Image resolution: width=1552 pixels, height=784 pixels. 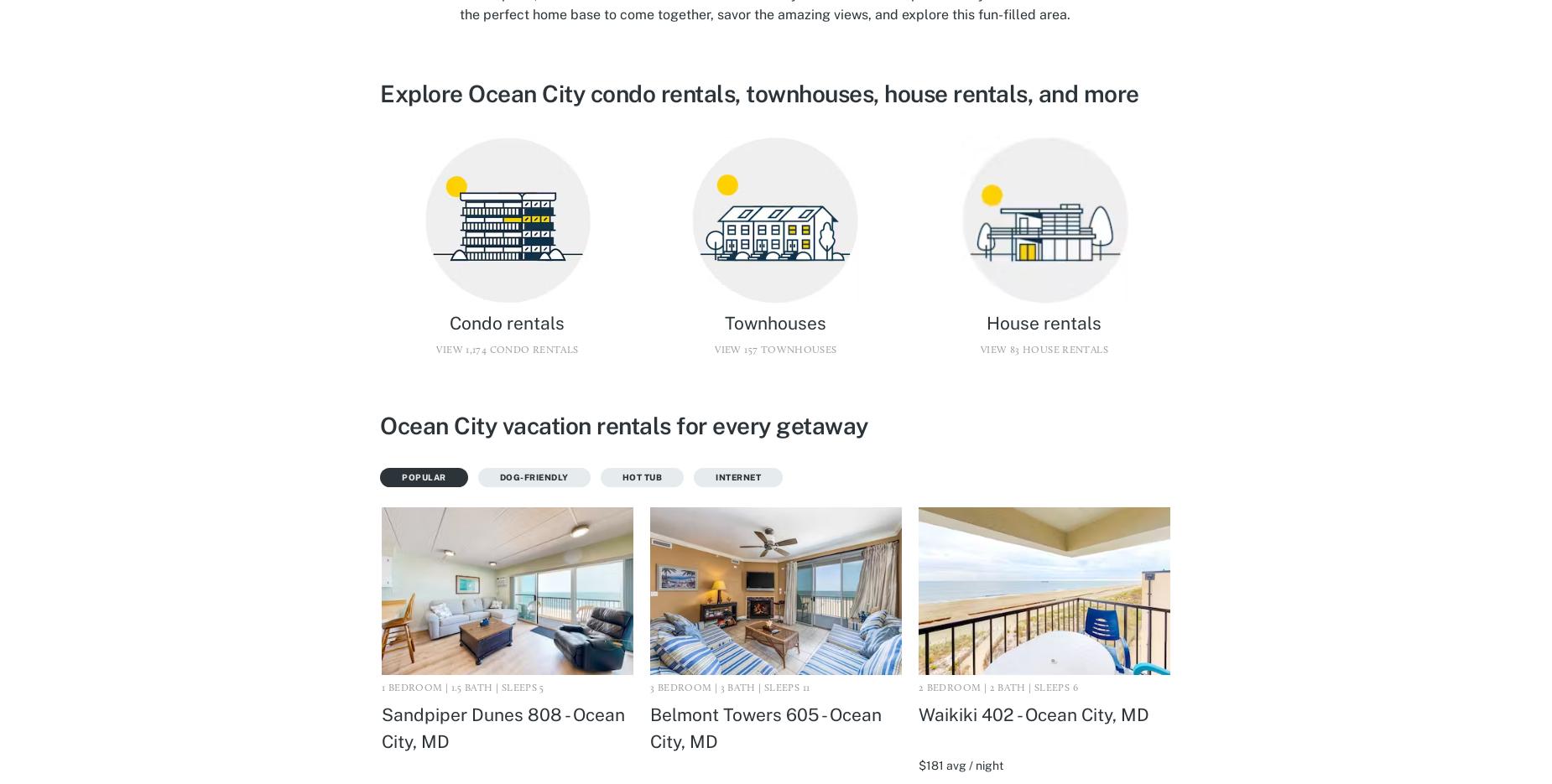 I want to click on 'Dog-friendly', so click(x=534, y=476).